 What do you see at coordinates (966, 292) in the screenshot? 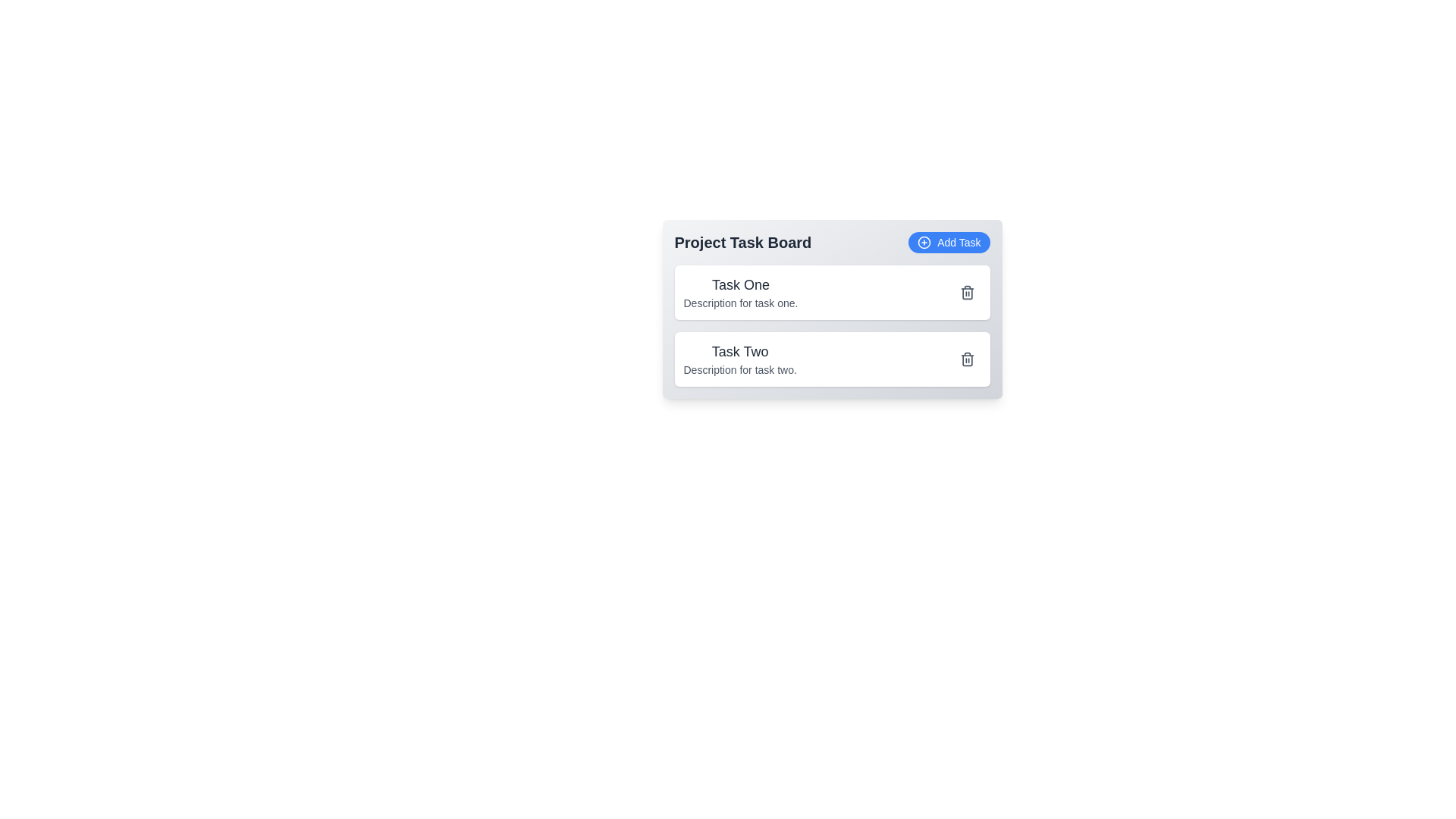
I see `the trash can icon button located in the right section of the 'Task One' box to change its color to red, indicating interactivity` at bounding box center [966, 292].